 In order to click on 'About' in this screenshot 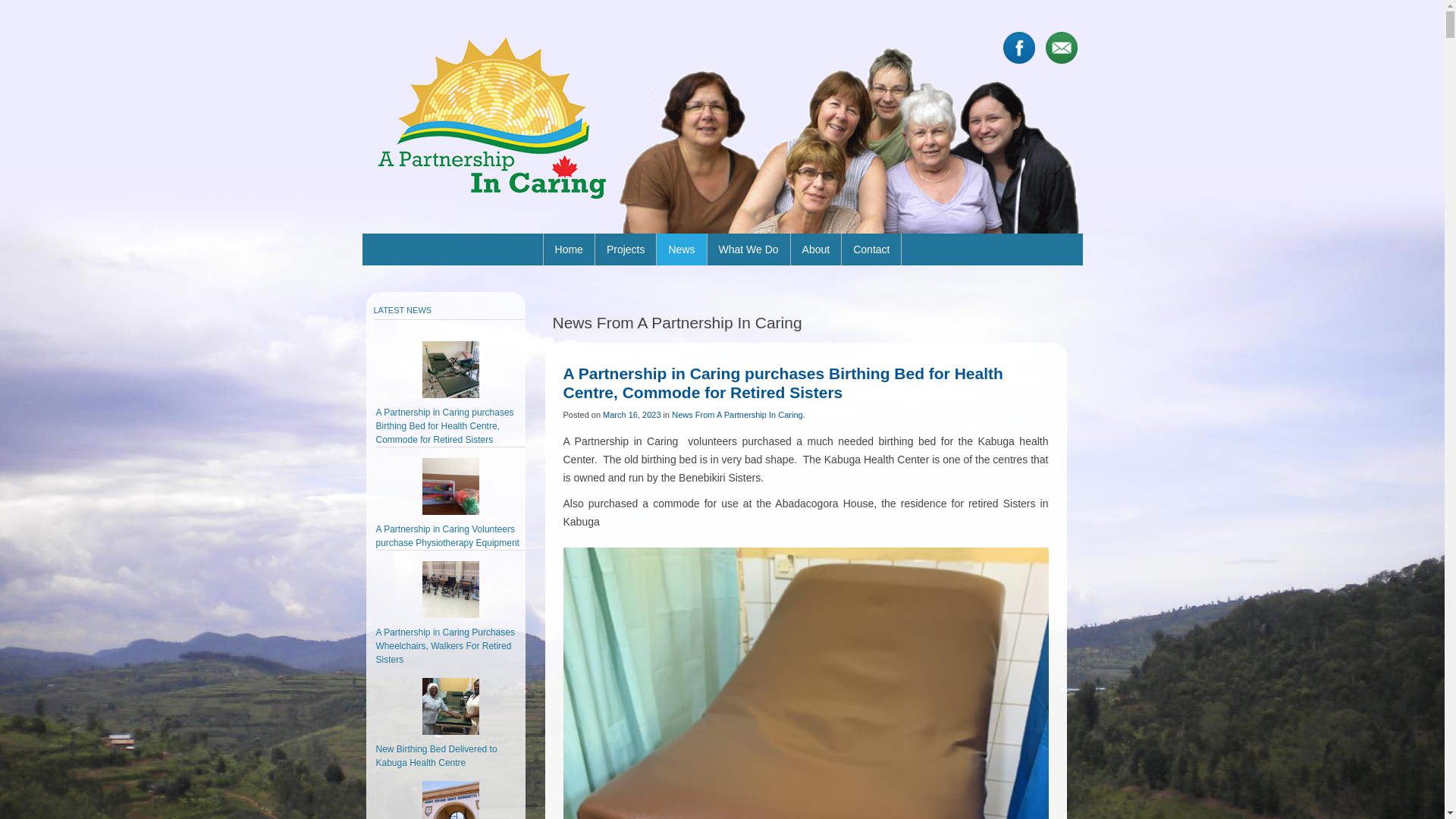, I will do `click(815, 248)`.